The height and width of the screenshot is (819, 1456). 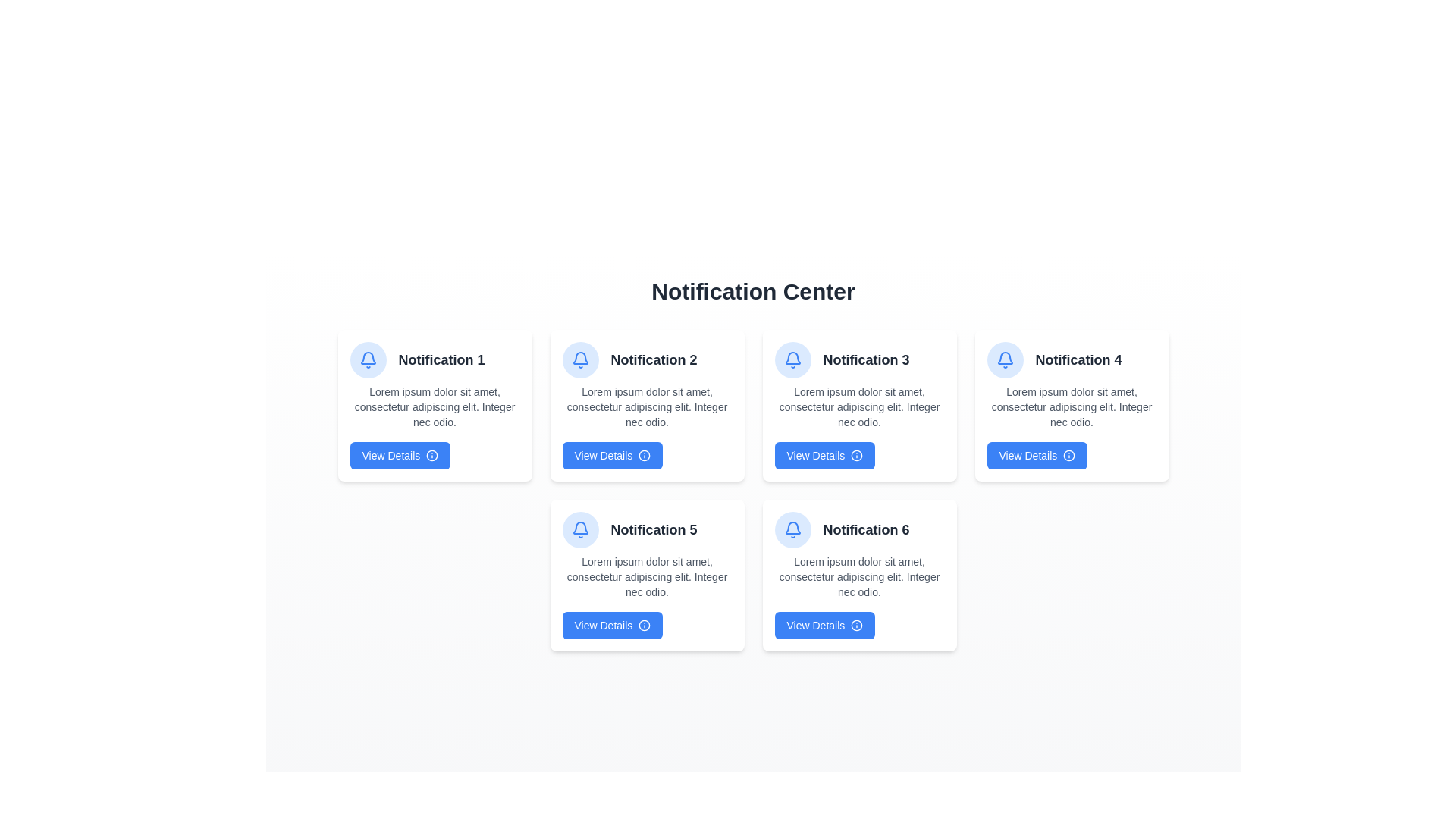 What do you see at coordinates (579, 527) in the screenshot?
I see `the bell-shaped icon with a blue outline in the top-left corner of the 'Notification 1' card` at bounding box center [579, 527].